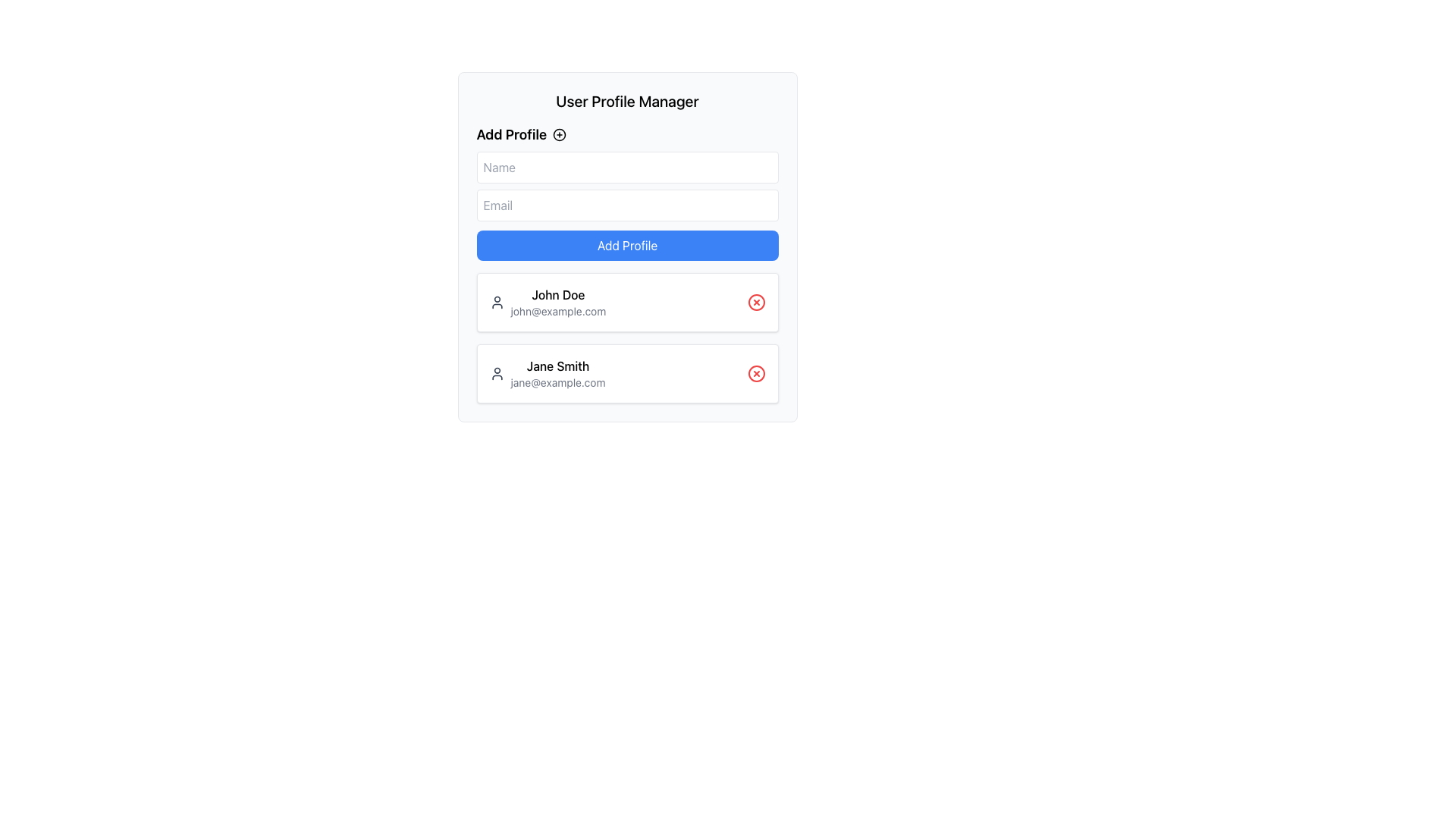  What do you see at coordinates (756, 302) in the screenshot?
I see `the delete button located to the right of 'John Doe' profile entry` at bounding box center [756, 302].